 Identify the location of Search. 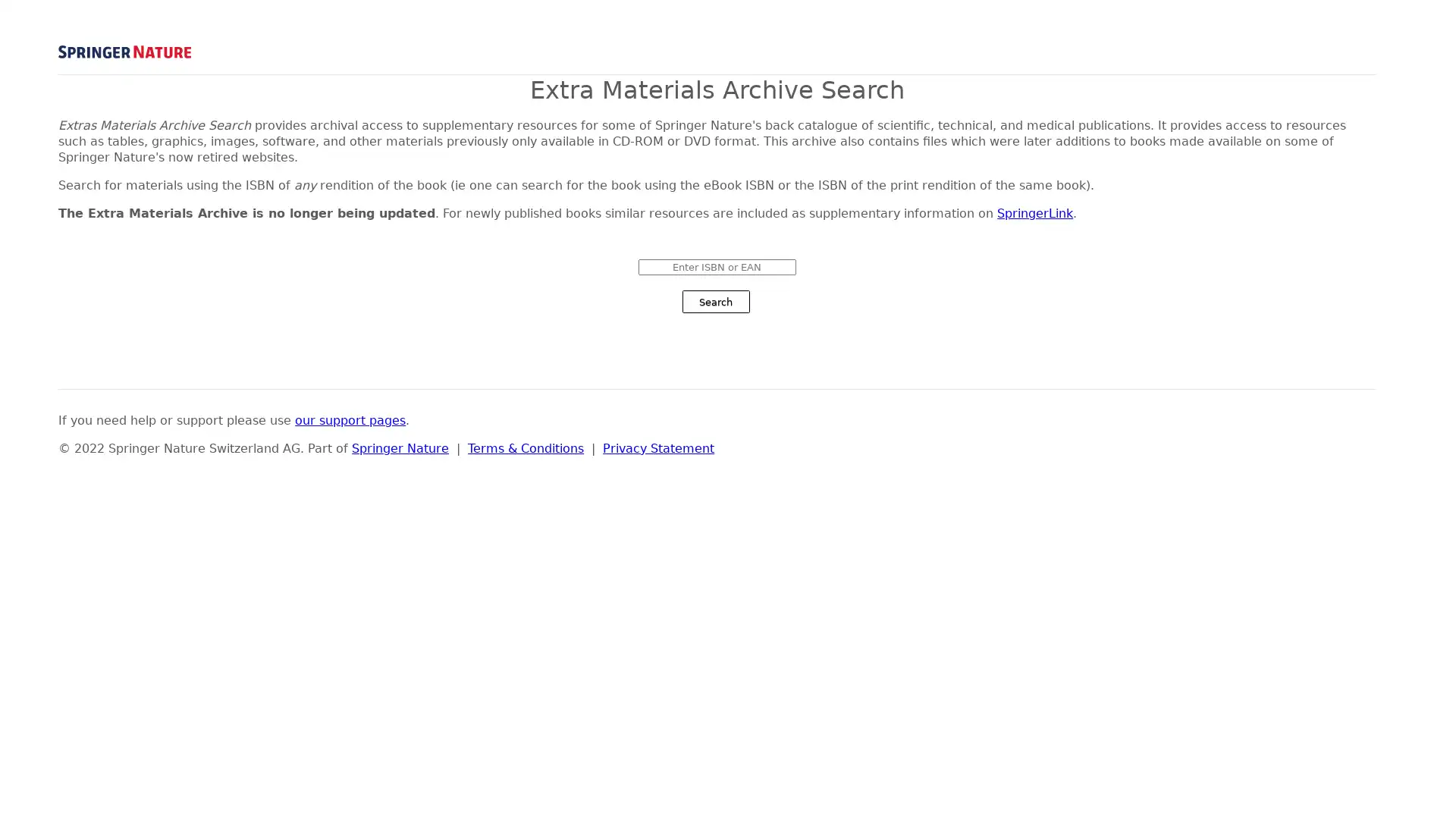
(714, 301).